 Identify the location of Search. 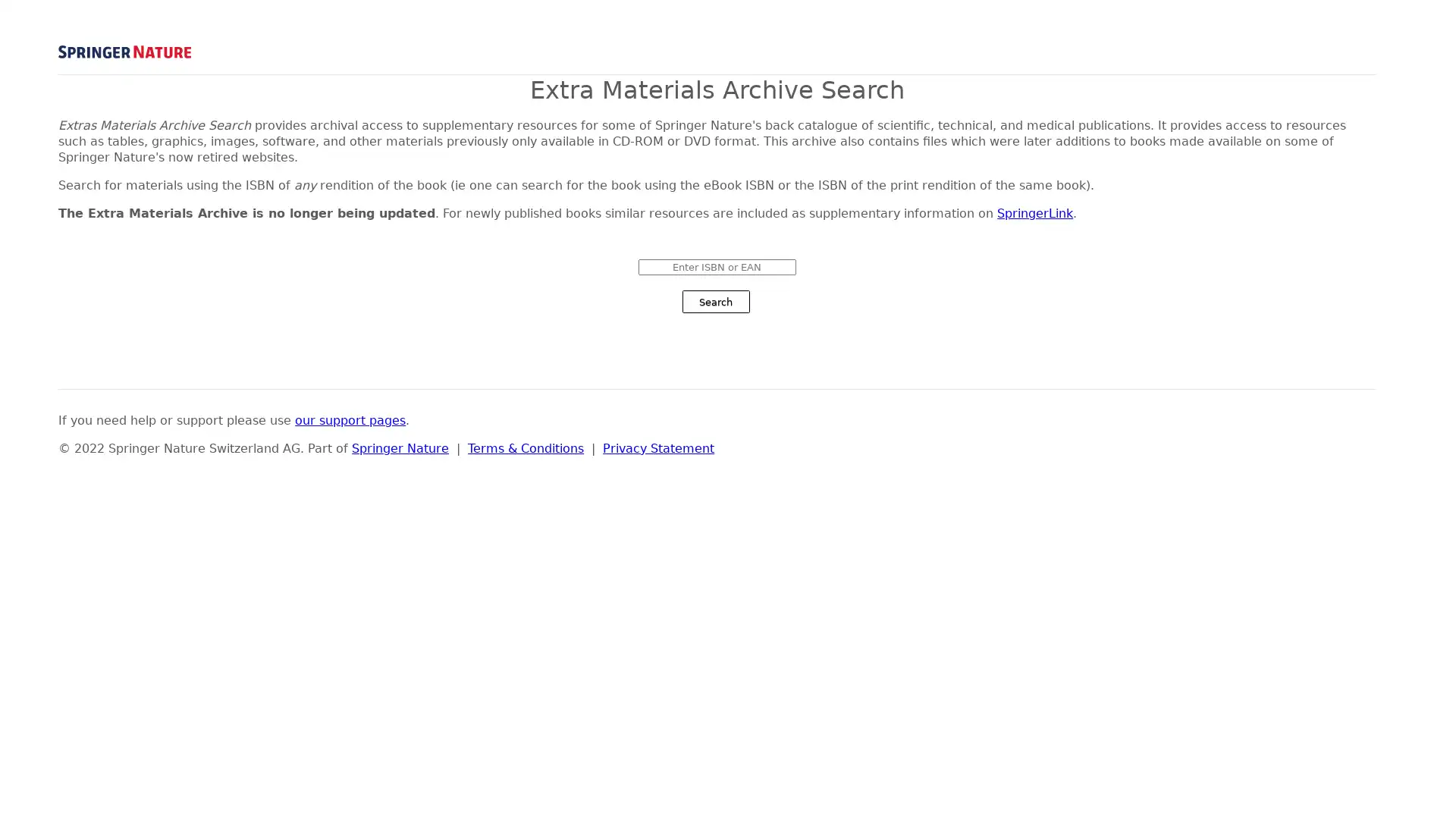
(714, 301).